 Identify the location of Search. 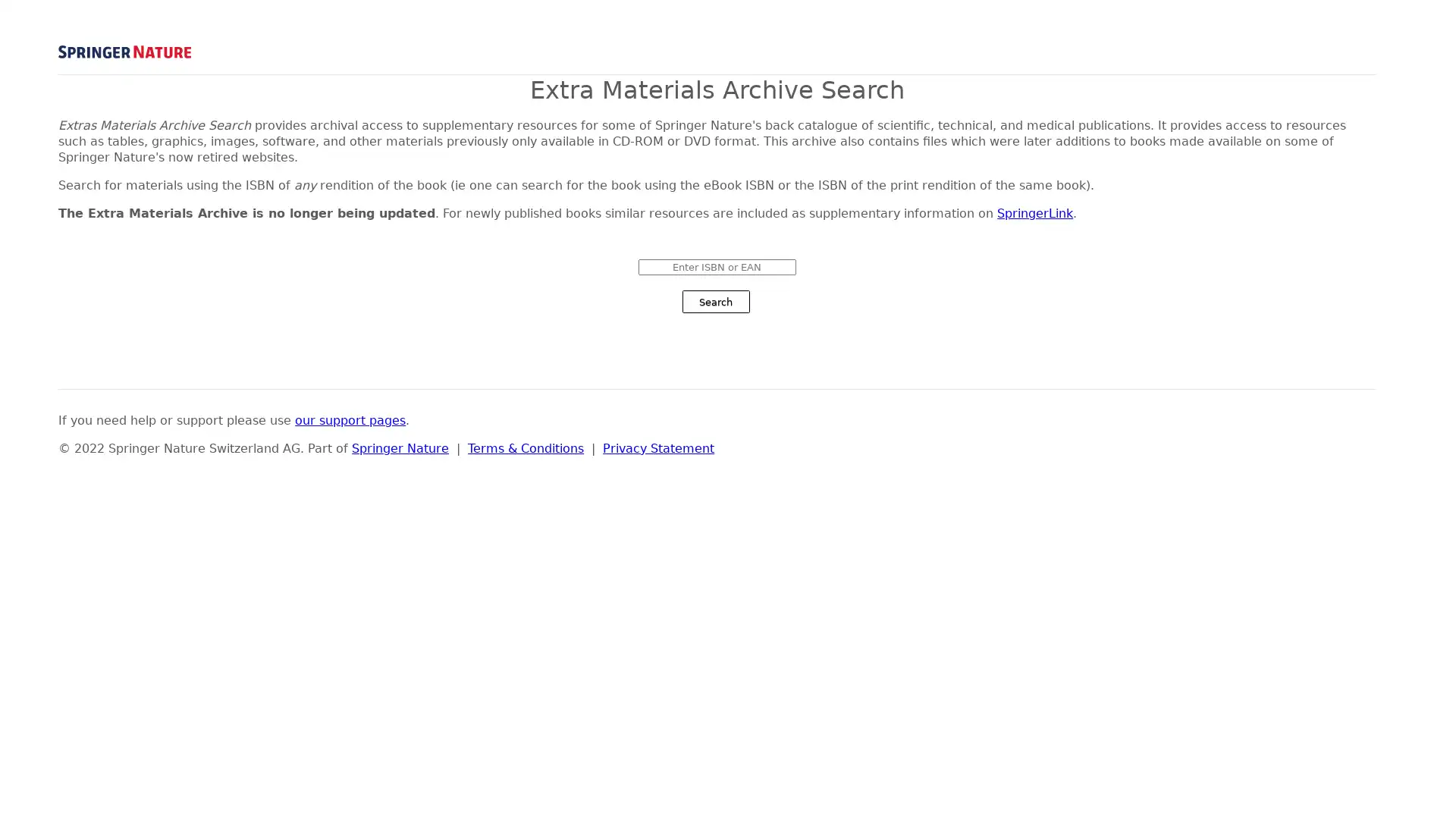
(714, 301).